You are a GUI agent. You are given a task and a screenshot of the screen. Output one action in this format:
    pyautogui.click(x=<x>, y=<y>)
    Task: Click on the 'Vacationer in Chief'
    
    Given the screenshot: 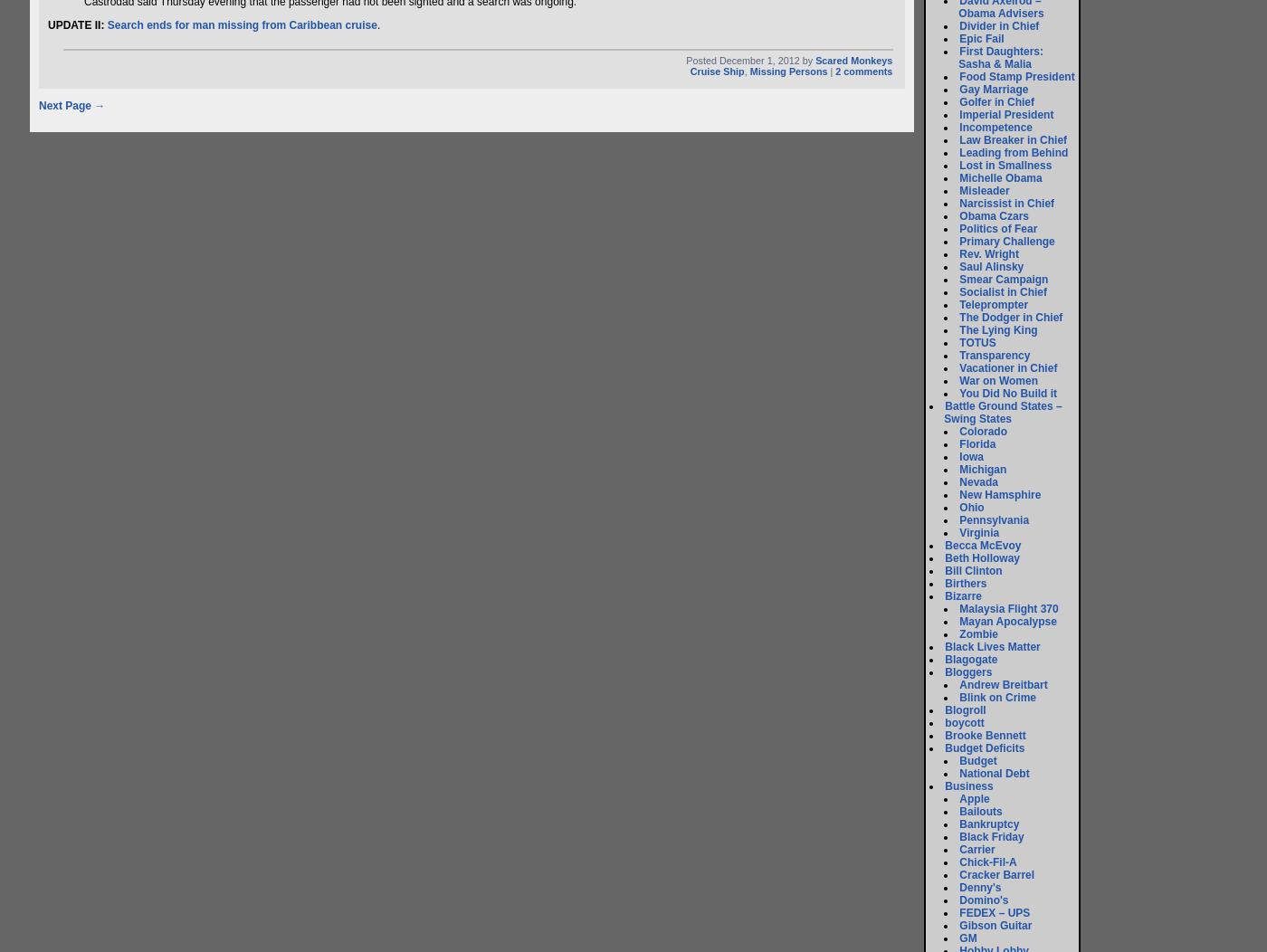 What is the action you would take?
    pyautogui.click(x=1007, y=367)
    